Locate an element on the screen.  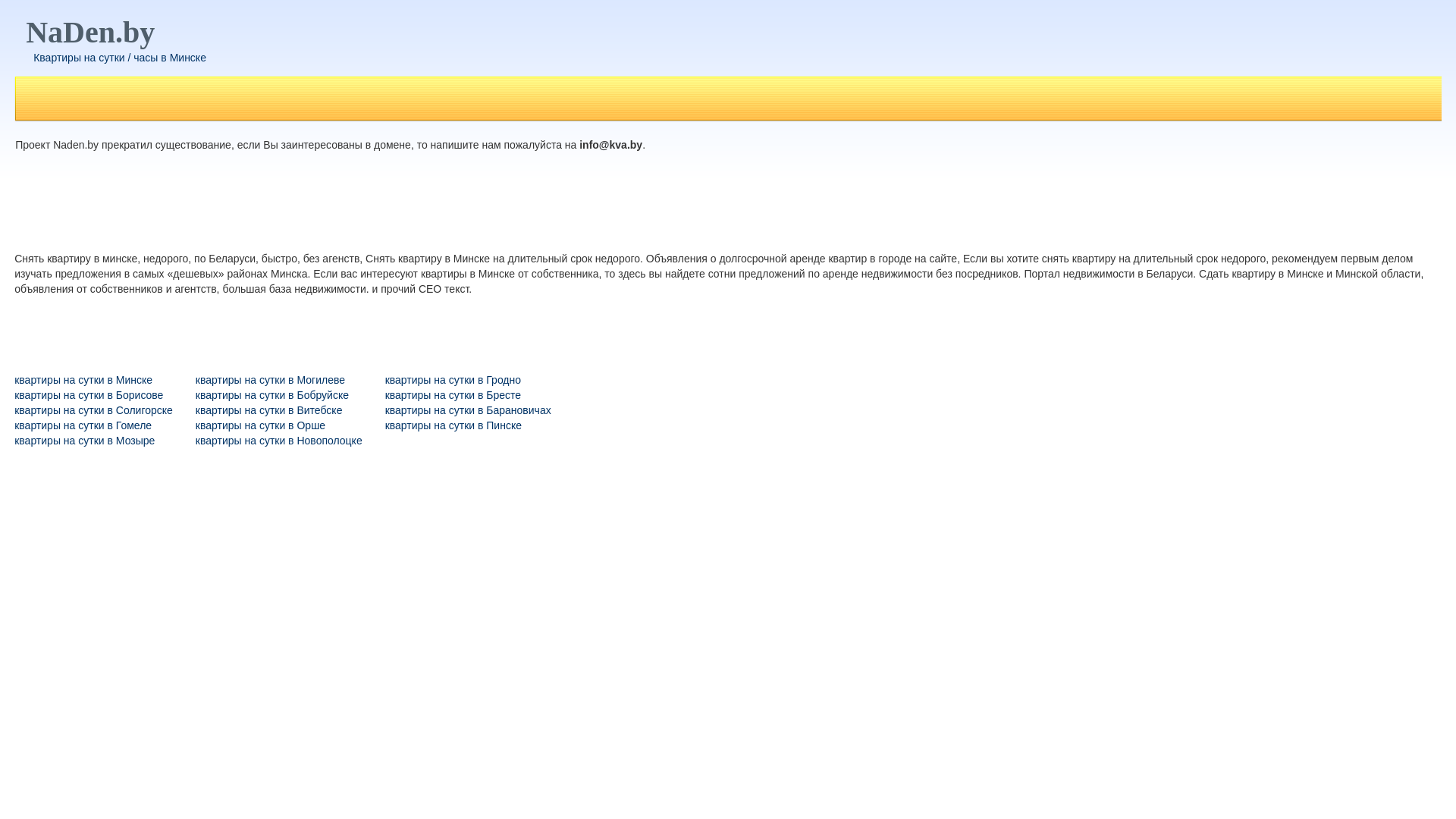
'NaDen.by' is located at coordinates (89, 32).